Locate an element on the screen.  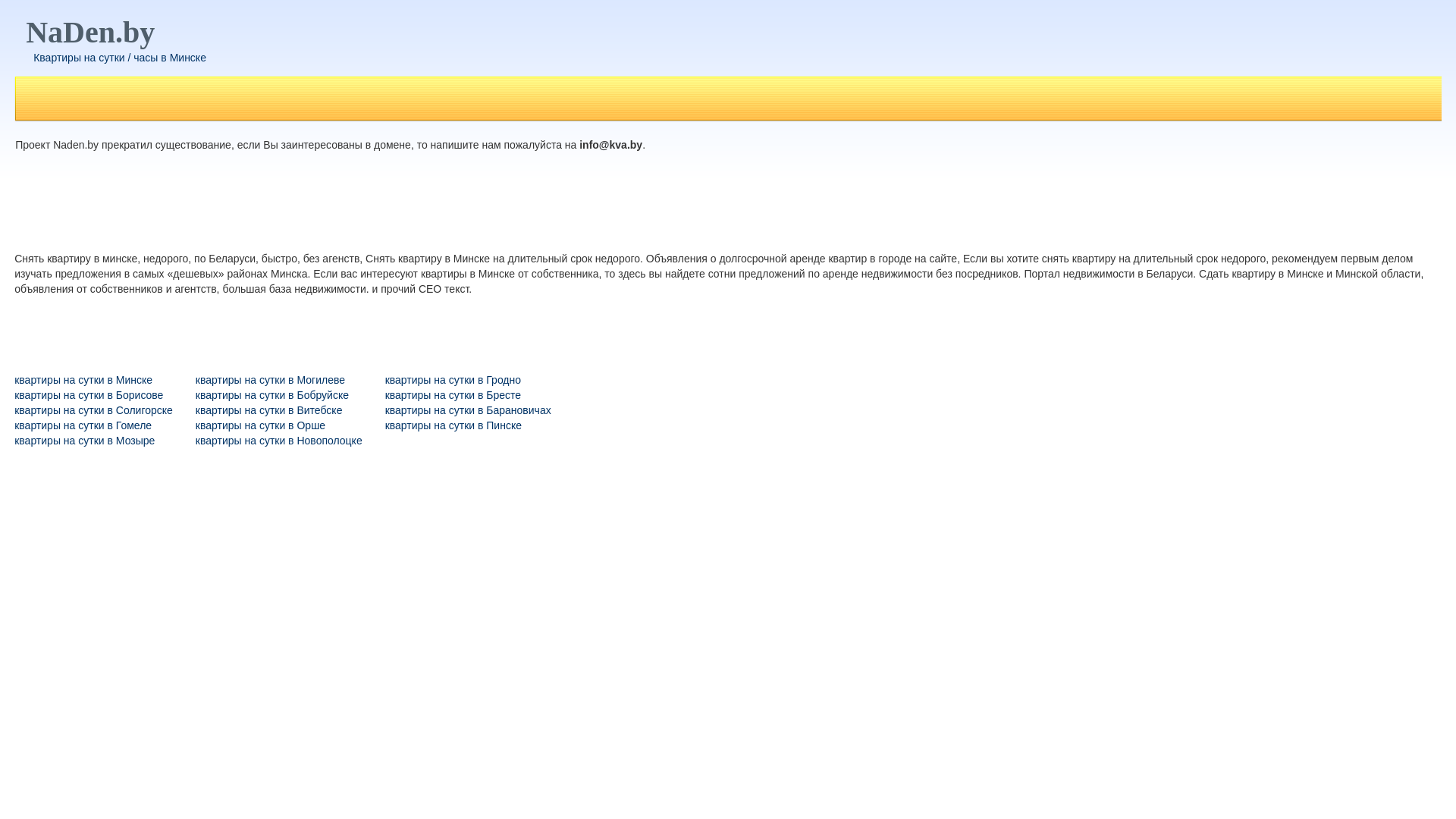
'NaDen.by' is located at coordinates (89, 32).